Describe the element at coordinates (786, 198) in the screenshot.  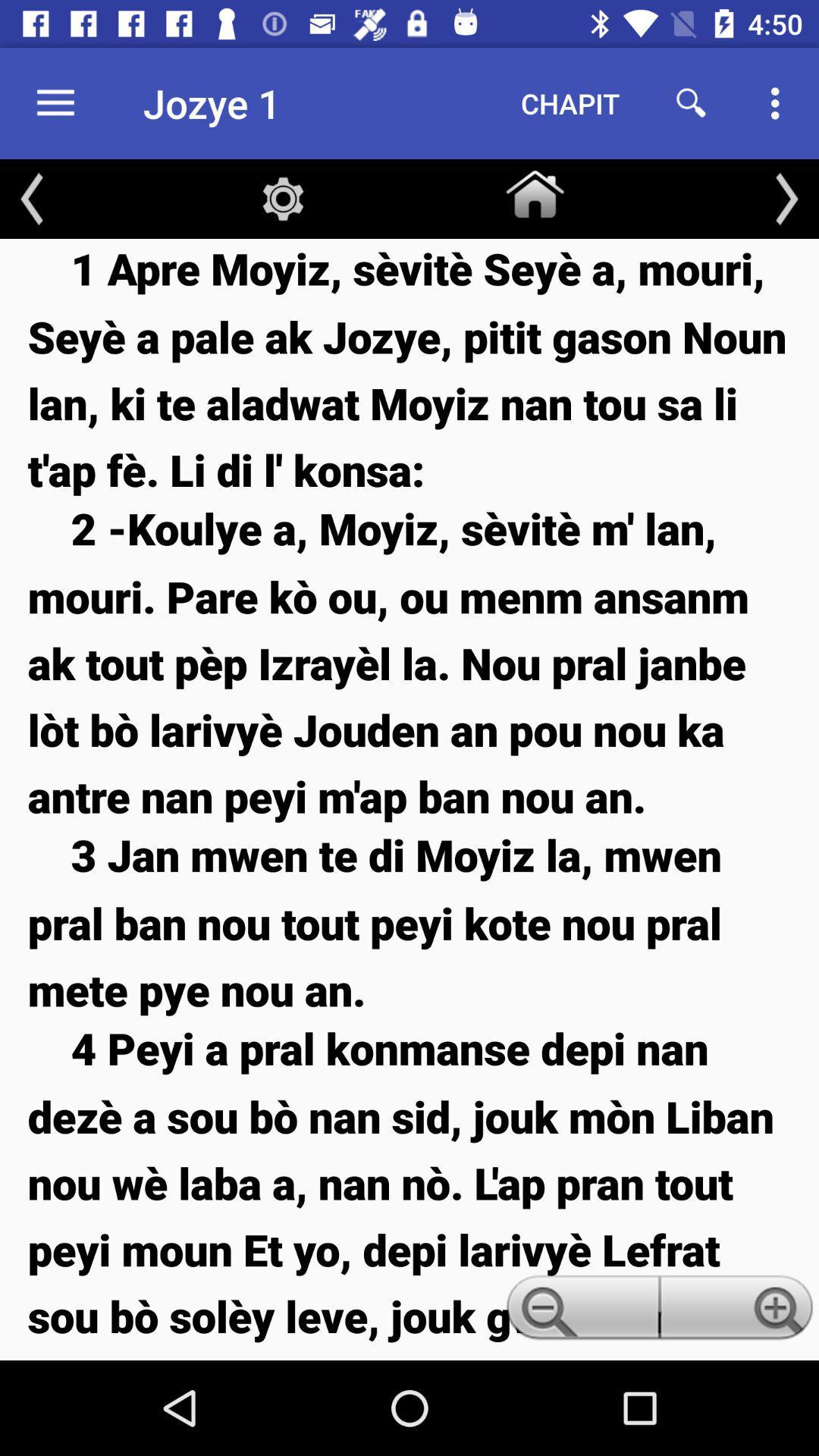
I see `the arrow_forward icon` at that location.